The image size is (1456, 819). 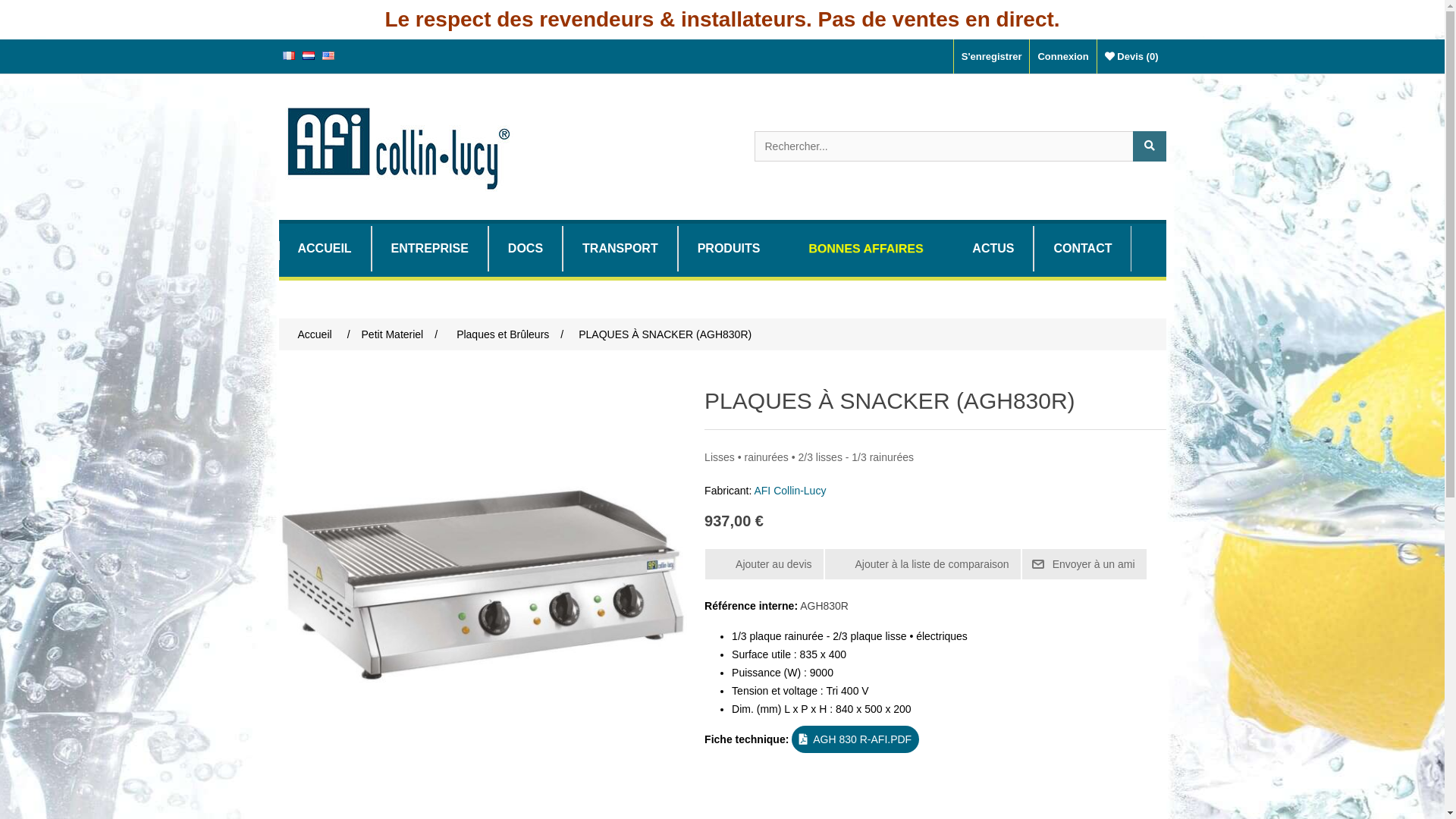 I want to click on 'Petit Materiel', so click(x=393, y=333).